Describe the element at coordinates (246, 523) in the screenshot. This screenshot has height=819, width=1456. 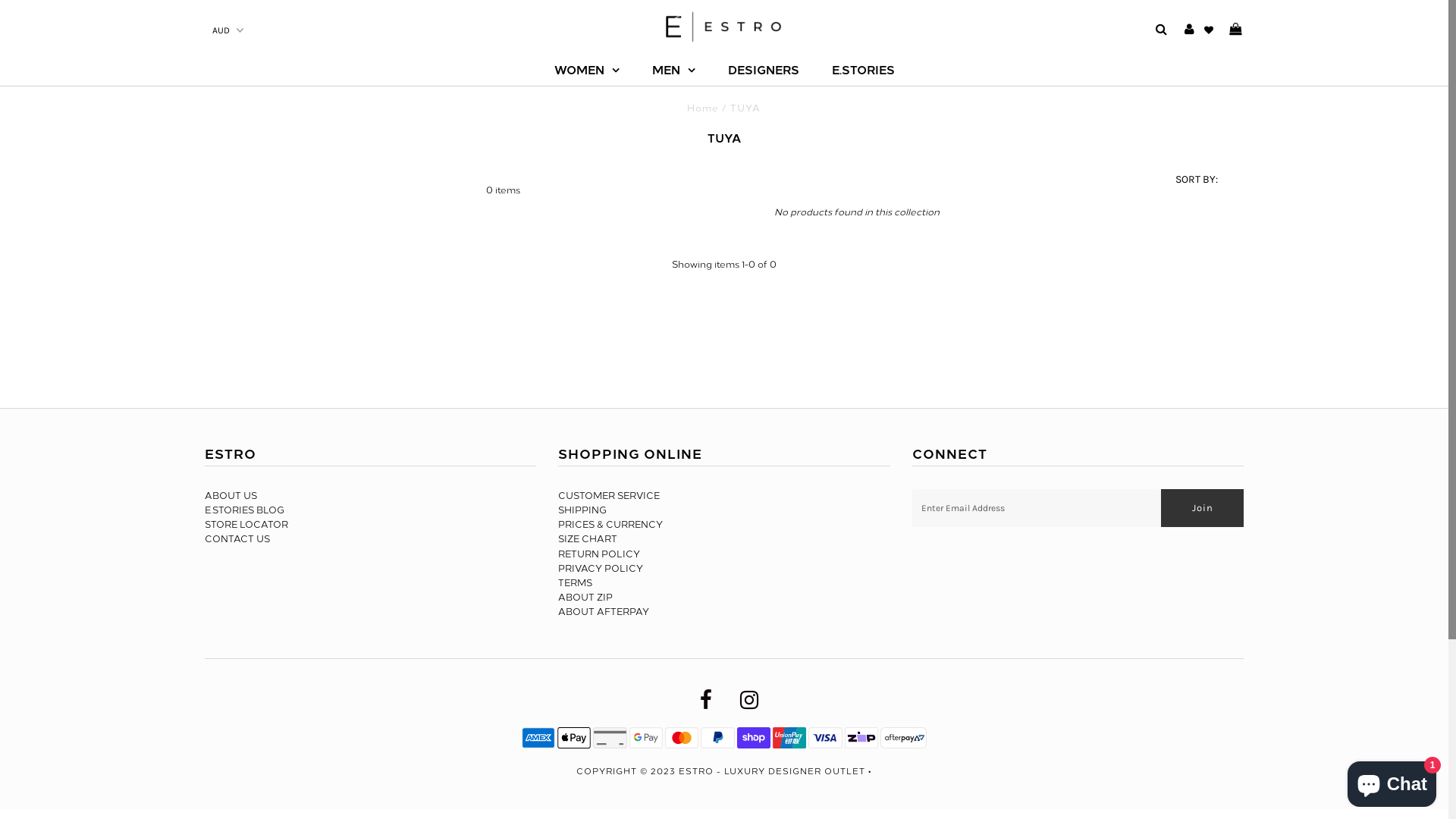
I see `'STORE LOCATOR'` at that location.